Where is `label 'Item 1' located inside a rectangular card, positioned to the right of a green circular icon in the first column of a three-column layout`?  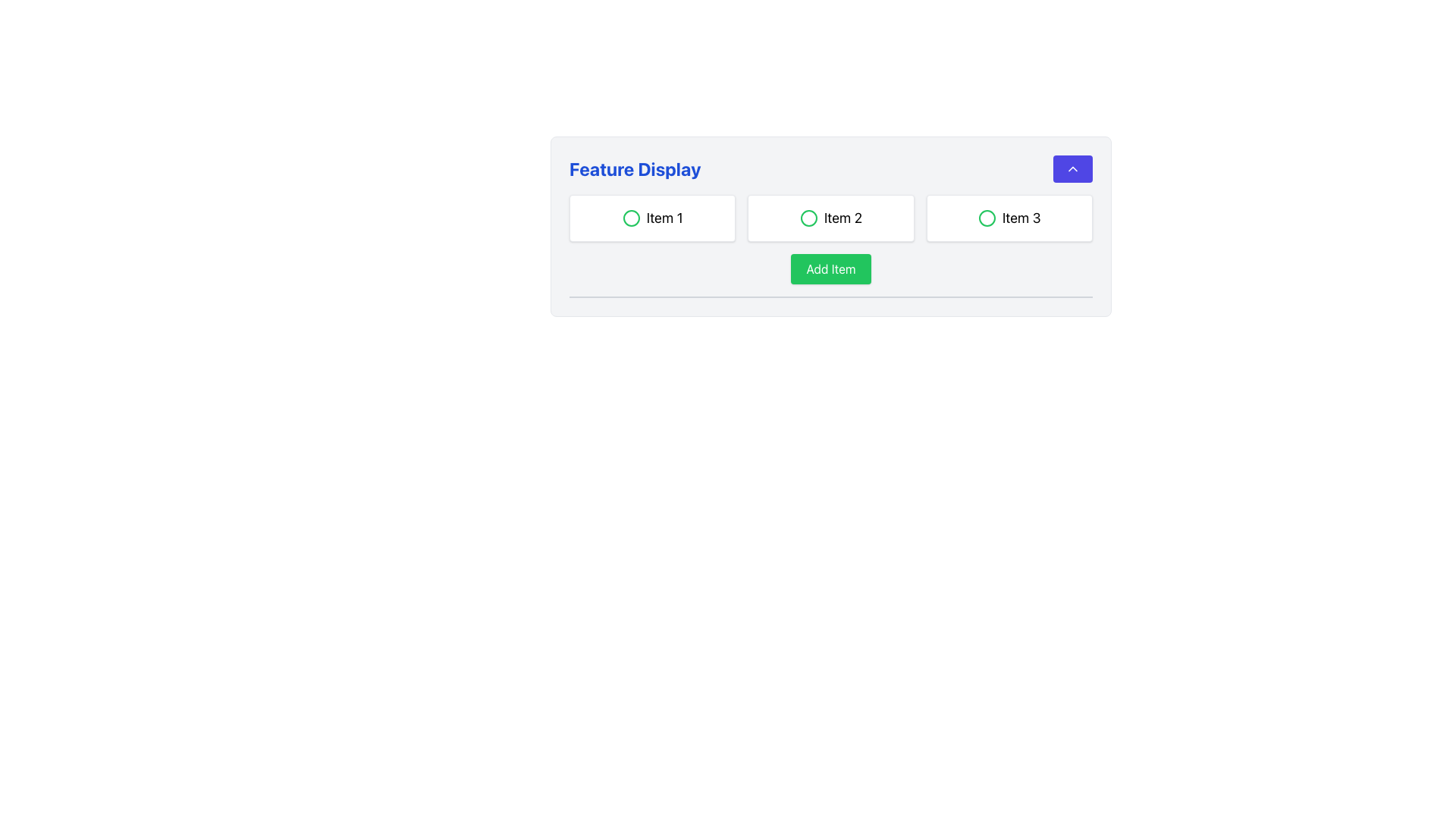 label 'Item 1' located inside a rectangular card, positioned to the right of a green circular icon in the first column of a three-column layout is located at coordinates (664, 218).